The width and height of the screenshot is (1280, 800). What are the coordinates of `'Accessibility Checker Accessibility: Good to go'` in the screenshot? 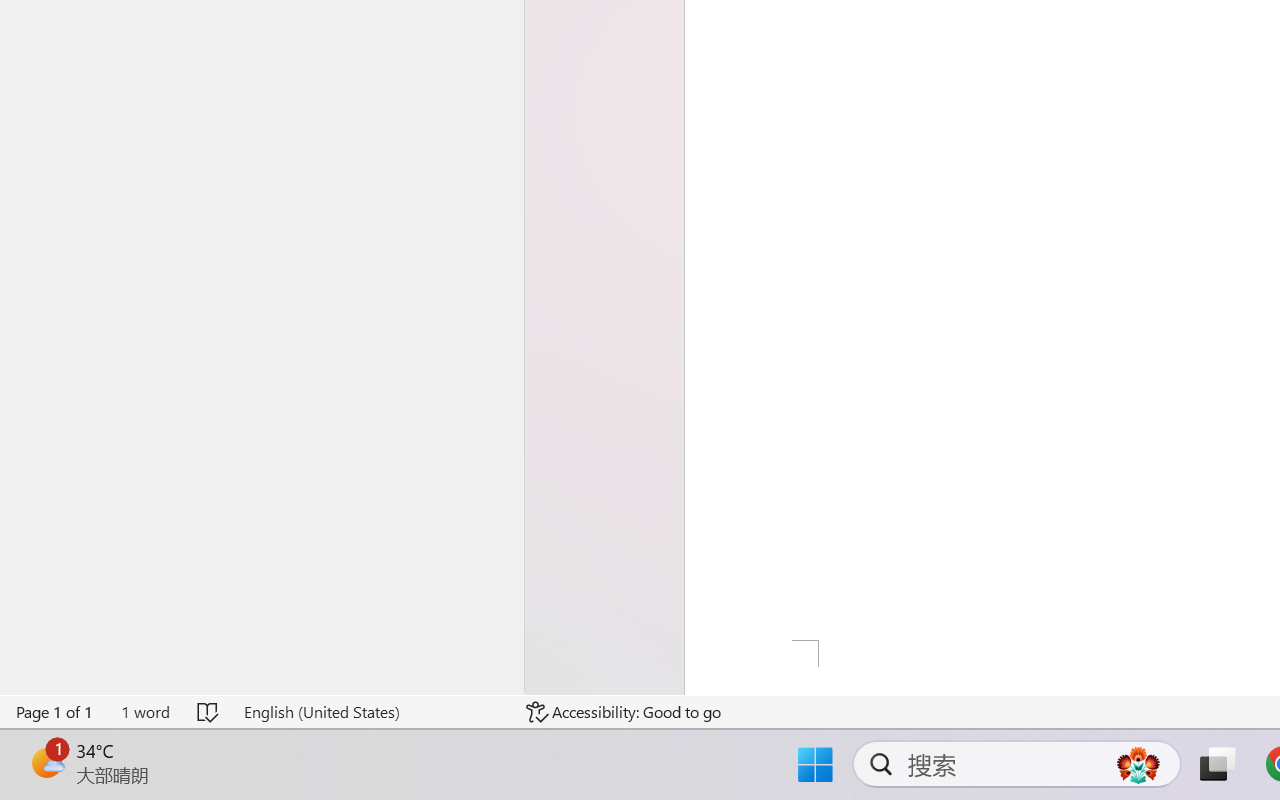 It's located at (623, 711).